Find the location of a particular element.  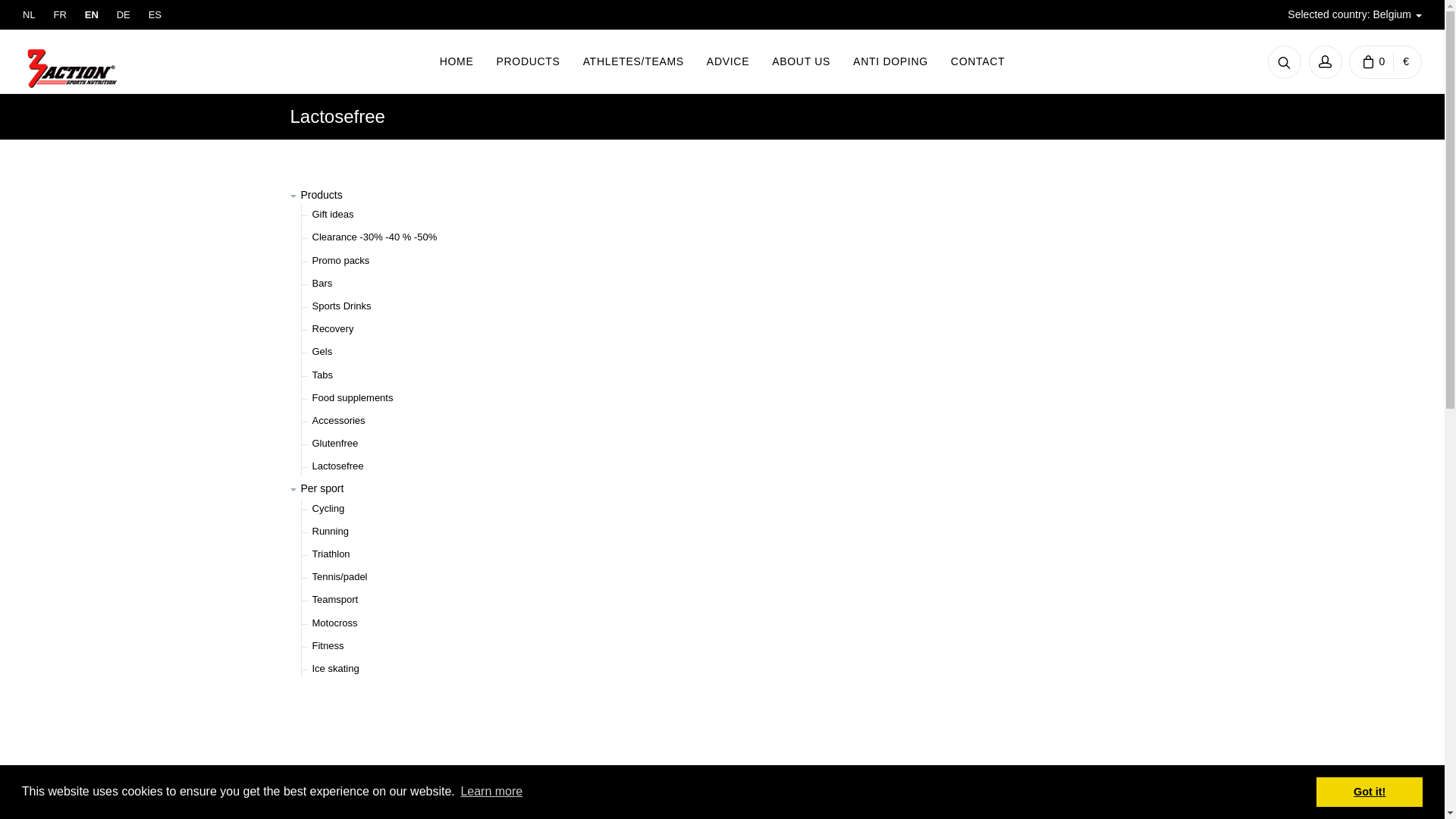

'FR' is located at coordinates (60, 14).